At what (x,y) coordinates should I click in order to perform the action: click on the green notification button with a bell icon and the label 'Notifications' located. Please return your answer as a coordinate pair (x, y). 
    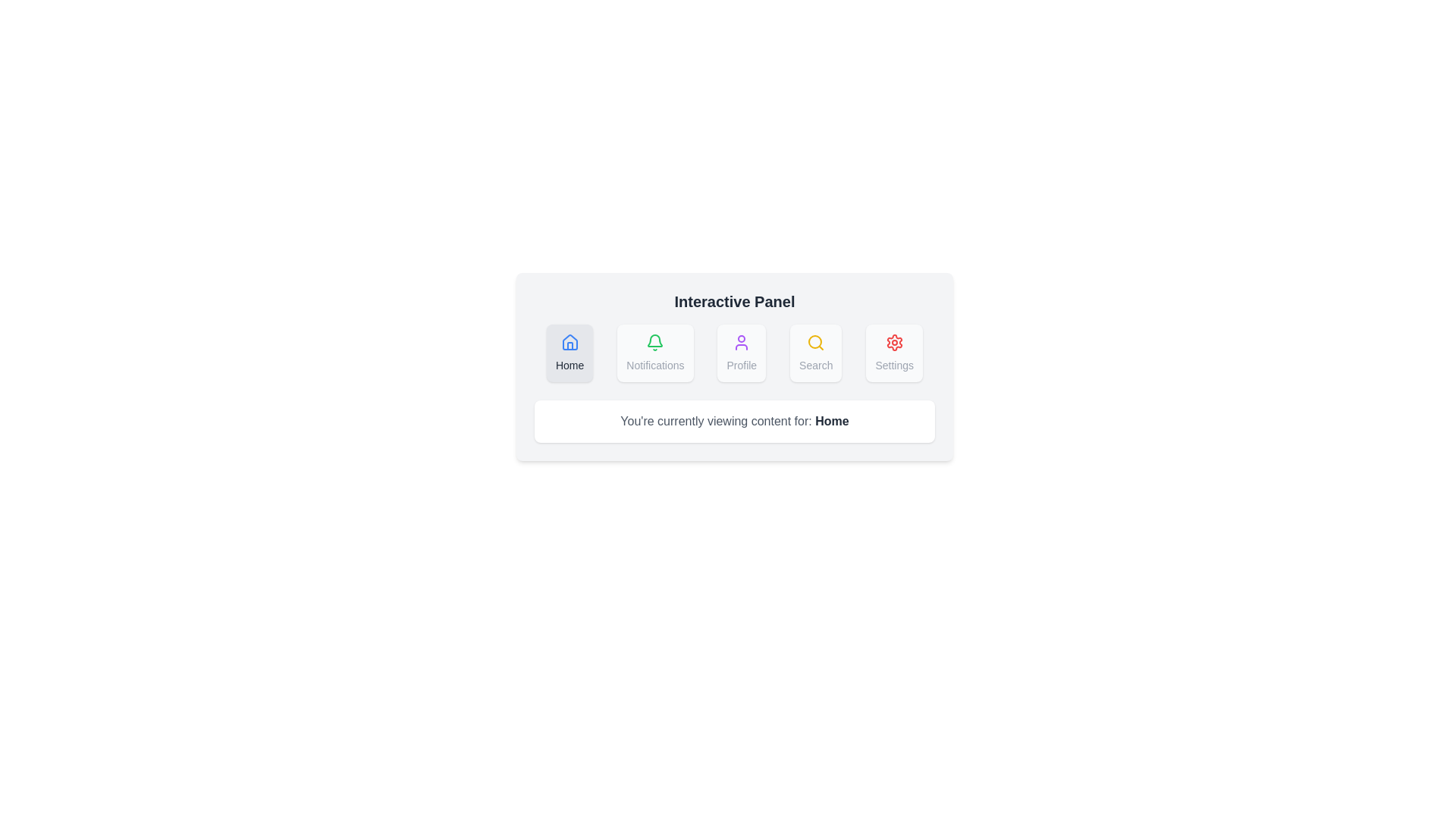
    Looking at the image, I should click on (655, 353).